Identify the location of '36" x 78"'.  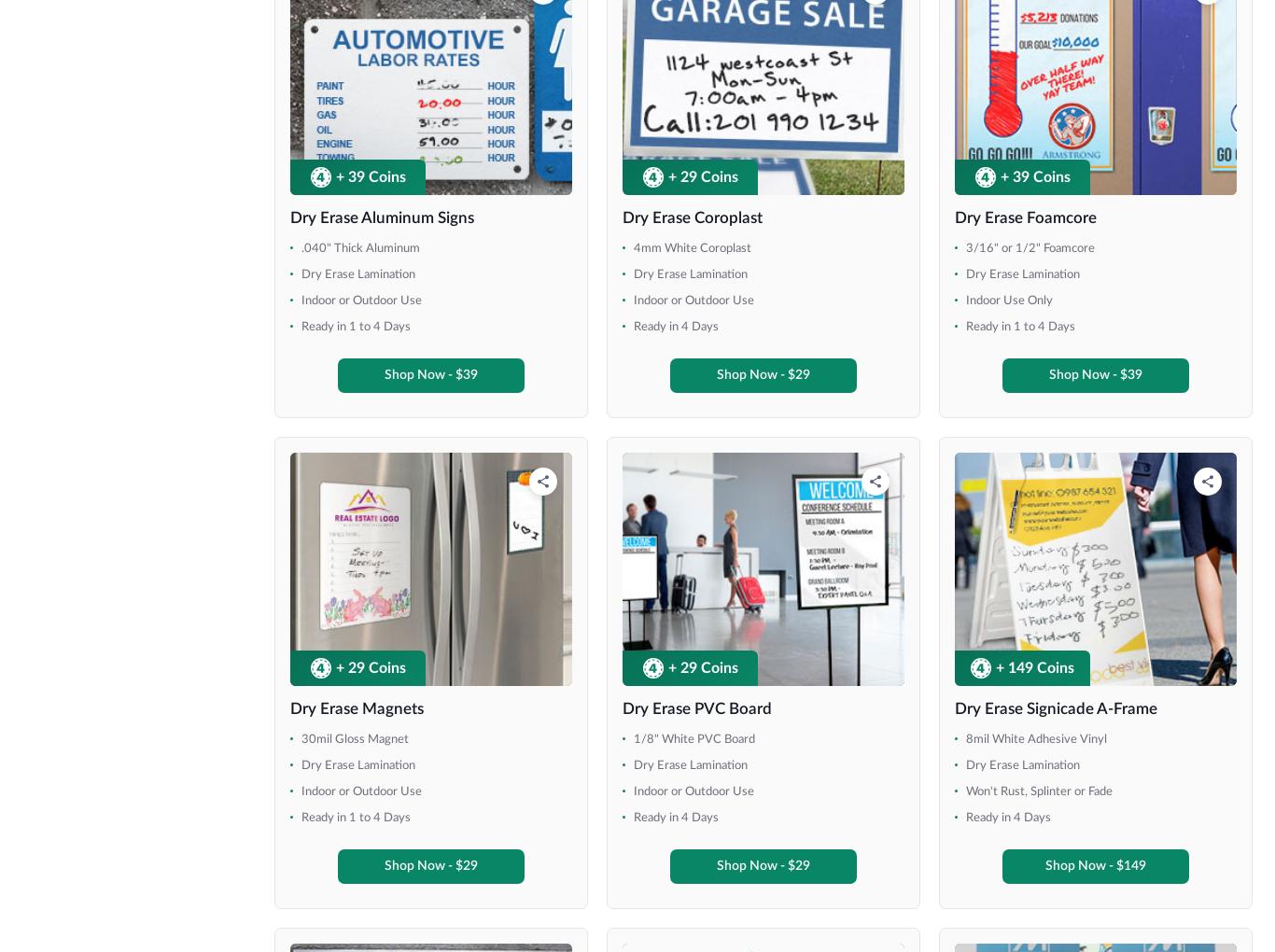
(49, 263).